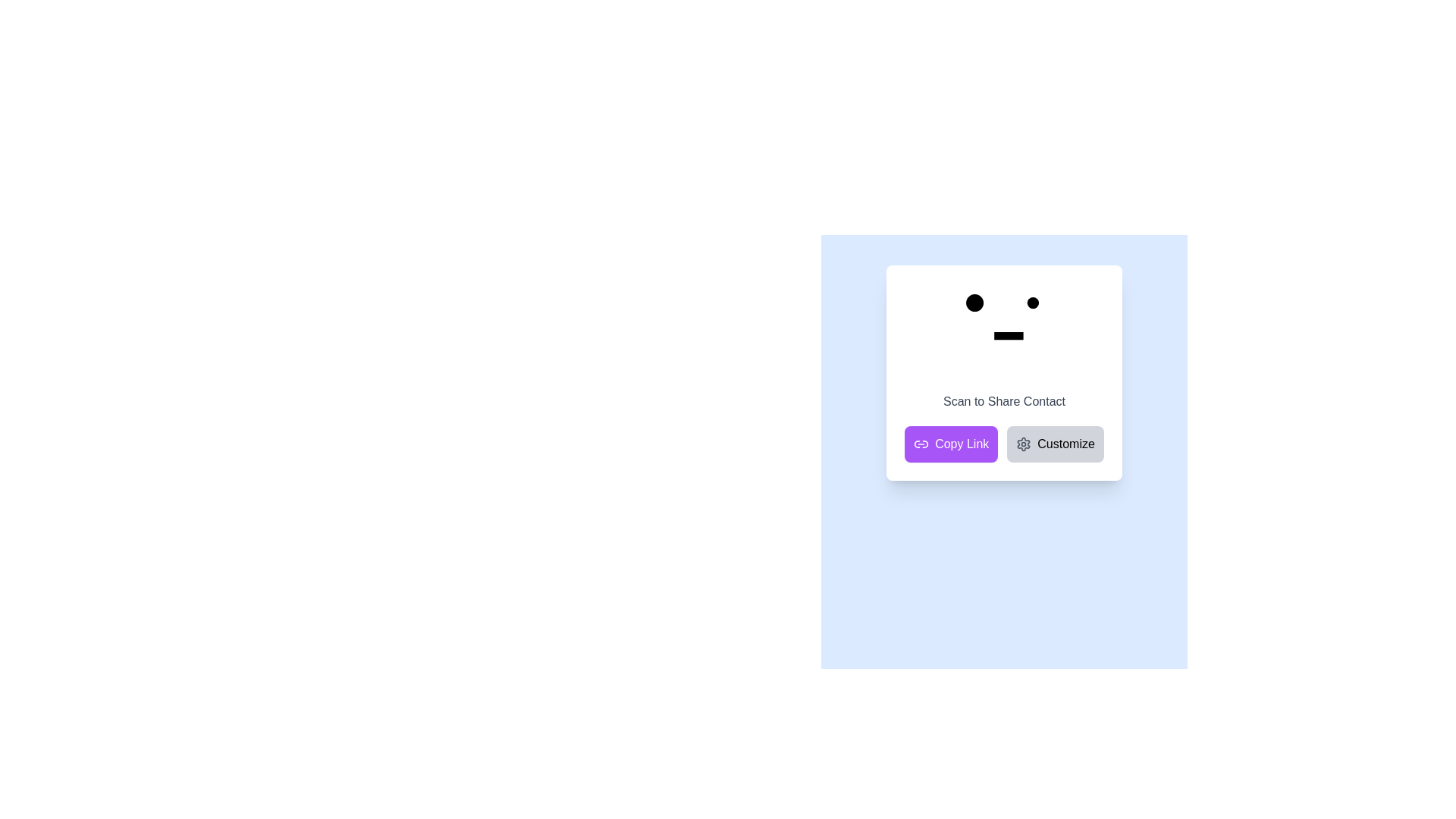 The width and height of the screenshot is (1456, 819). Describe the element at coordinates (1024, 444) in the screenshot. I see `the settings cogwheel icon, which is a grayish cogwheel-shaped icon located at the top-right corner of the interactive area of the card` at that location.